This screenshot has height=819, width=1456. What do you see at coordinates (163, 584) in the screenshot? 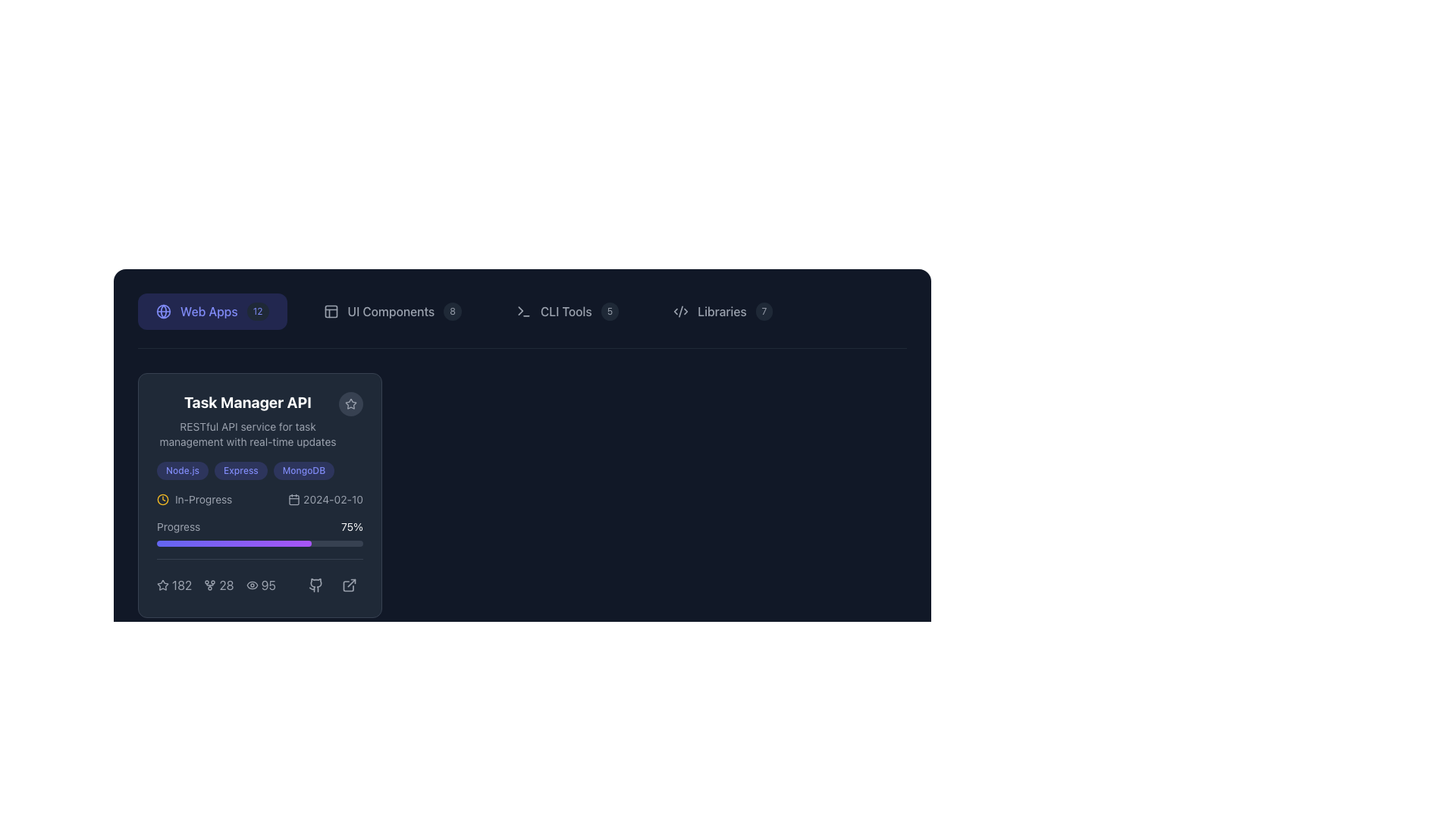
I see `the hollow star-shaped icon in the upper right corner of the 'Task Manager API' card` at bounding box center [163, 584].